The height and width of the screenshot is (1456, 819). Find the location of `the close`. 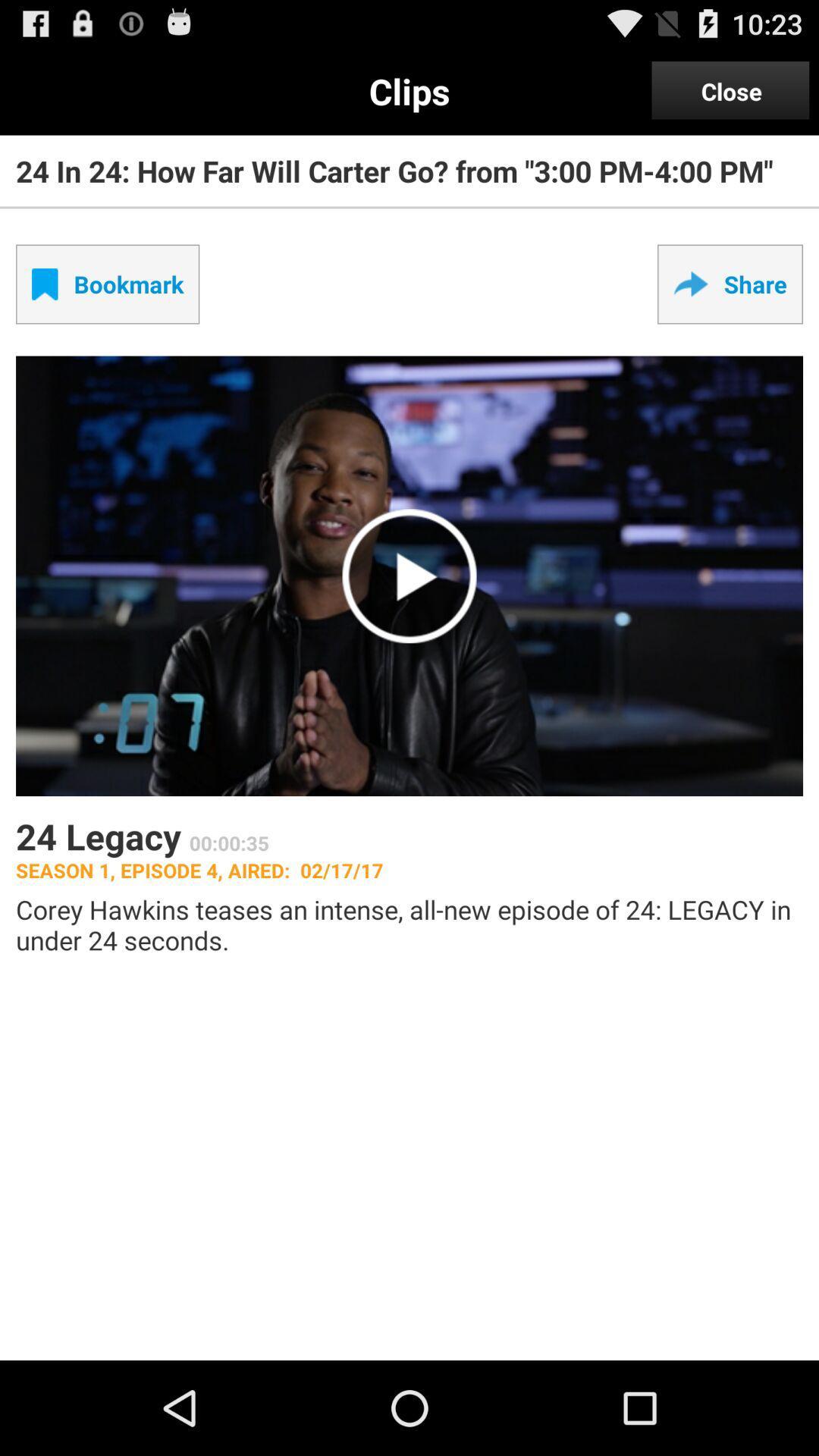

the close is located at coordinates (730, 90).